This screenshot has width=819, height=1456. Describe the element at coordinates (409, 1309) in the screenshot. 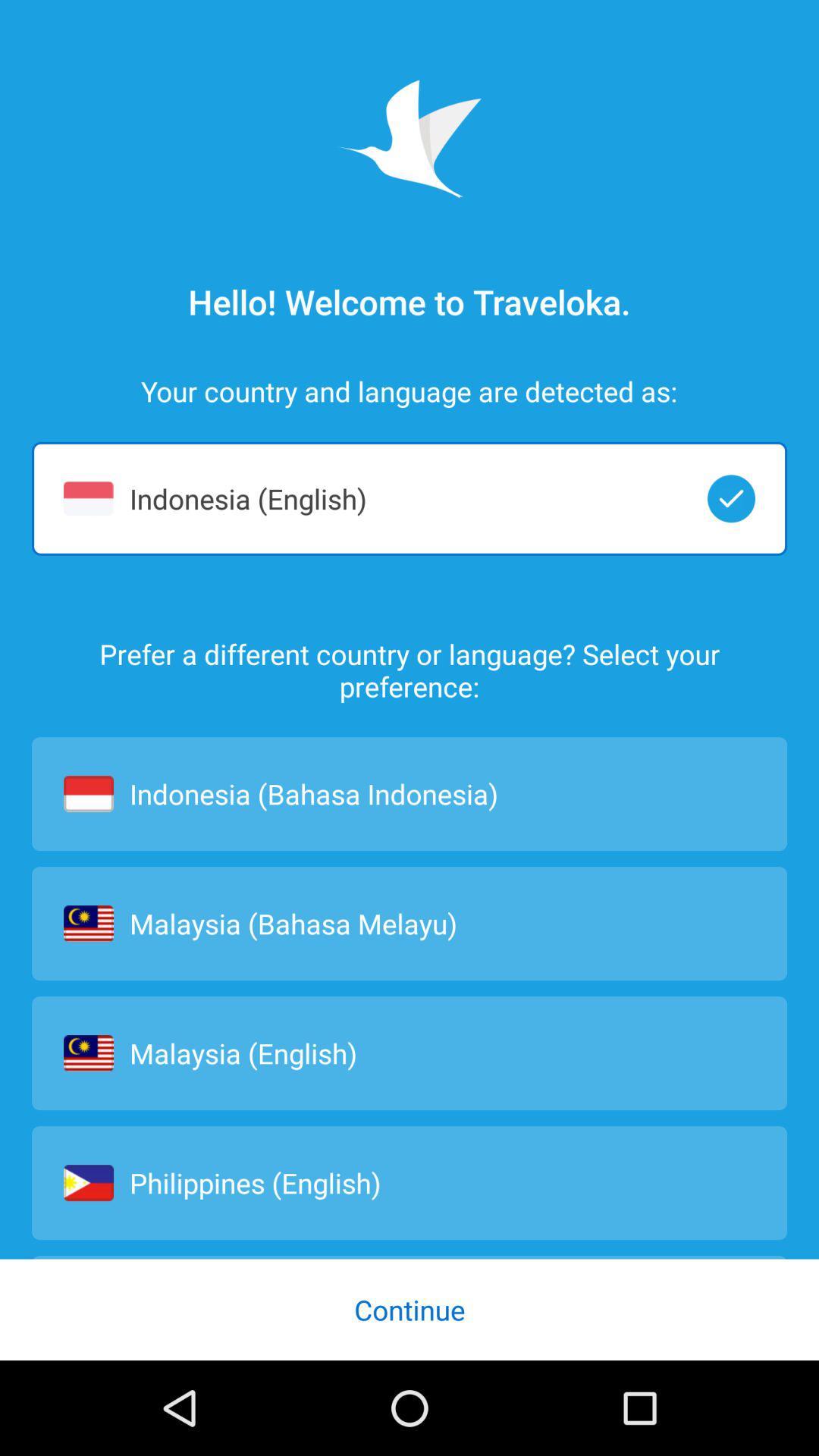

I see `the continue icon` at that location.